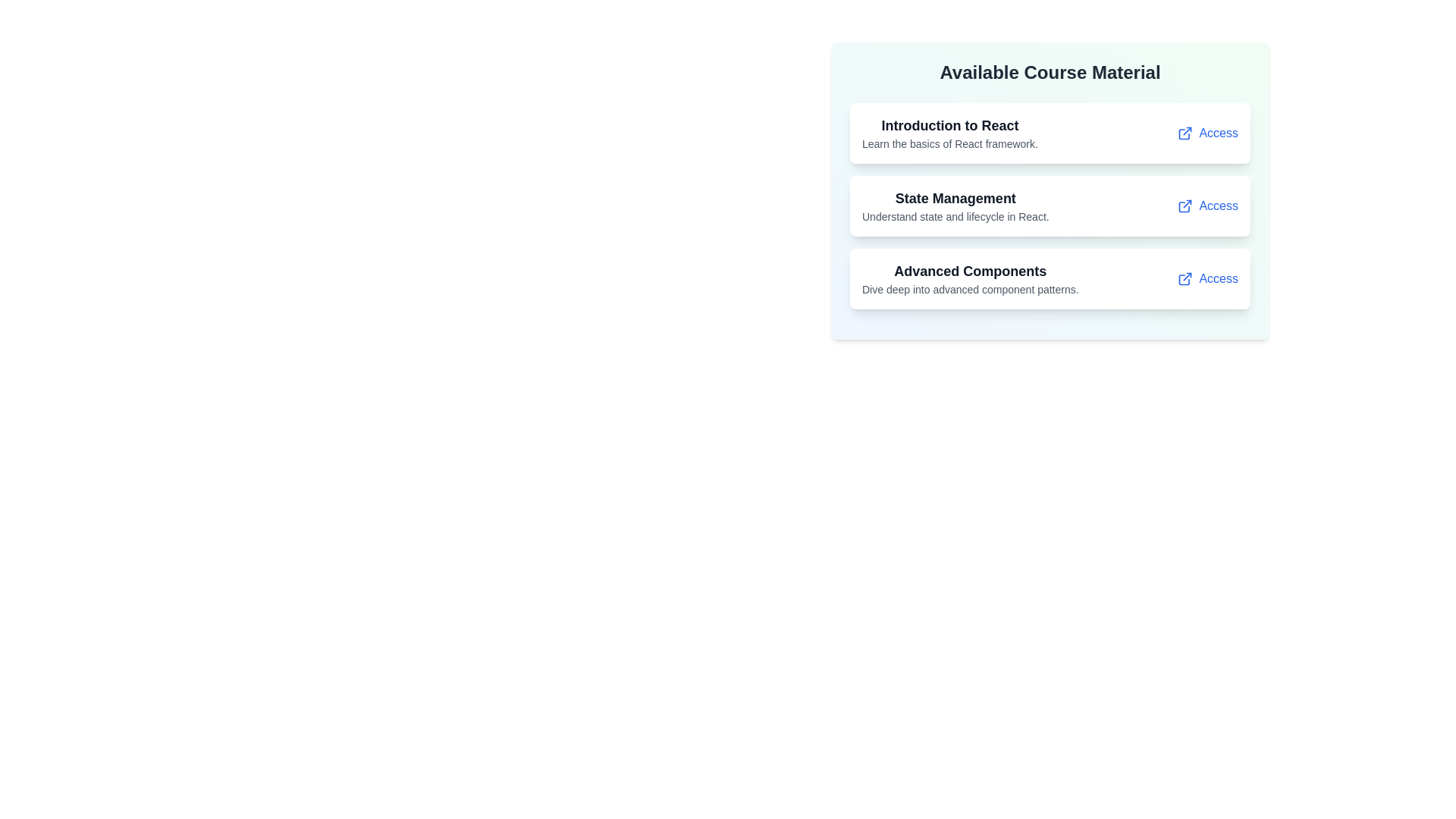 The image size is (1456, 819). I want to click on the 'Access' link for the course material titled 'Introduction to React', so click(1207, 133).